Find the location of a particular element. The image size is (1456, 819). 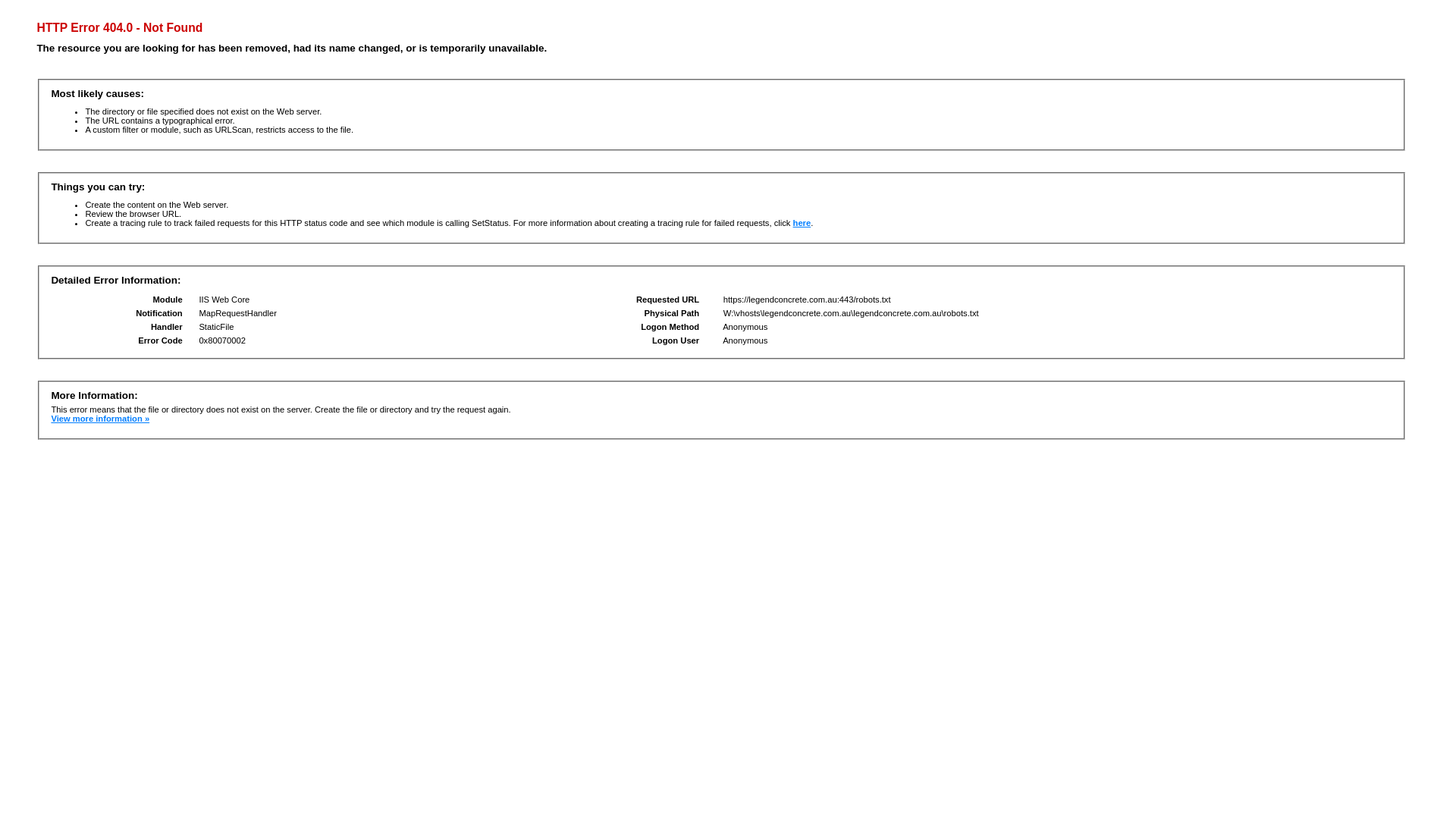

'here' is located at coordinates (801, 222).